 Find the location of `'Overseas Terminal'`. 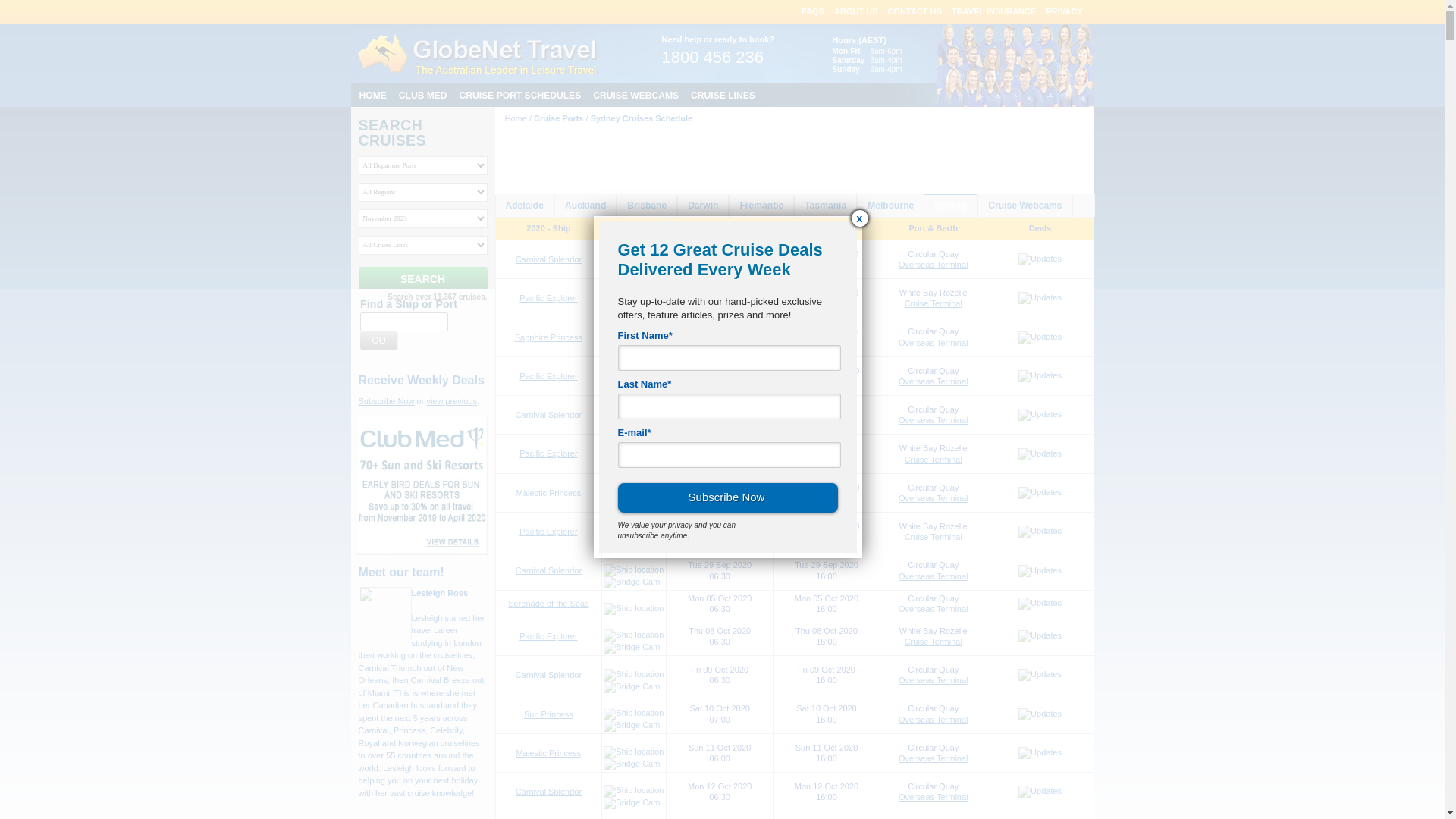

'Overseas Terminal' is located at coordinates (932, 607).